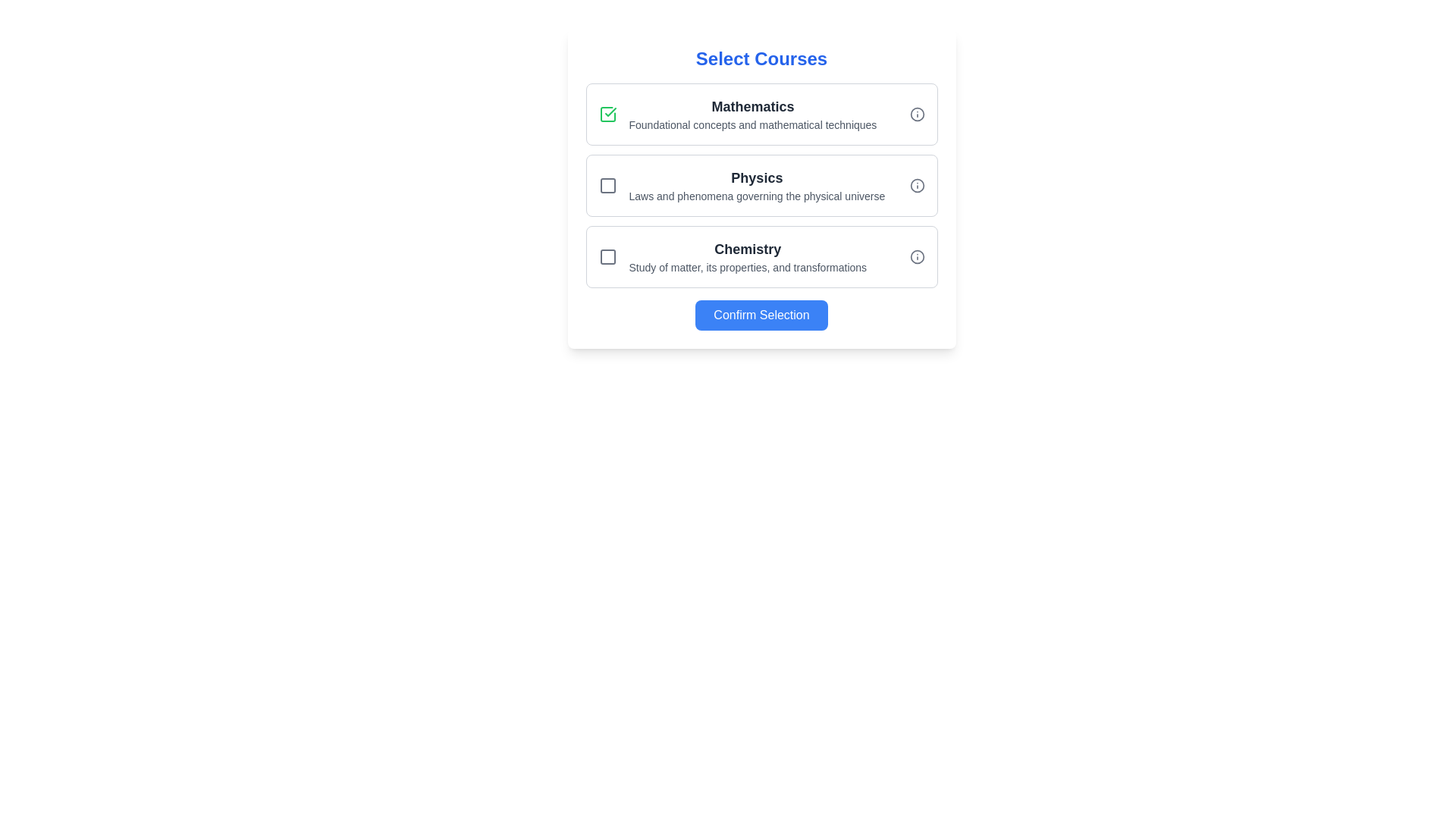  Describe the element at coordinates (753, 124) in the screenshot. I see `the text component displaying 'Foundational concepts and mathematical techniques' located beneath the 'Mathematics' header` at that location.